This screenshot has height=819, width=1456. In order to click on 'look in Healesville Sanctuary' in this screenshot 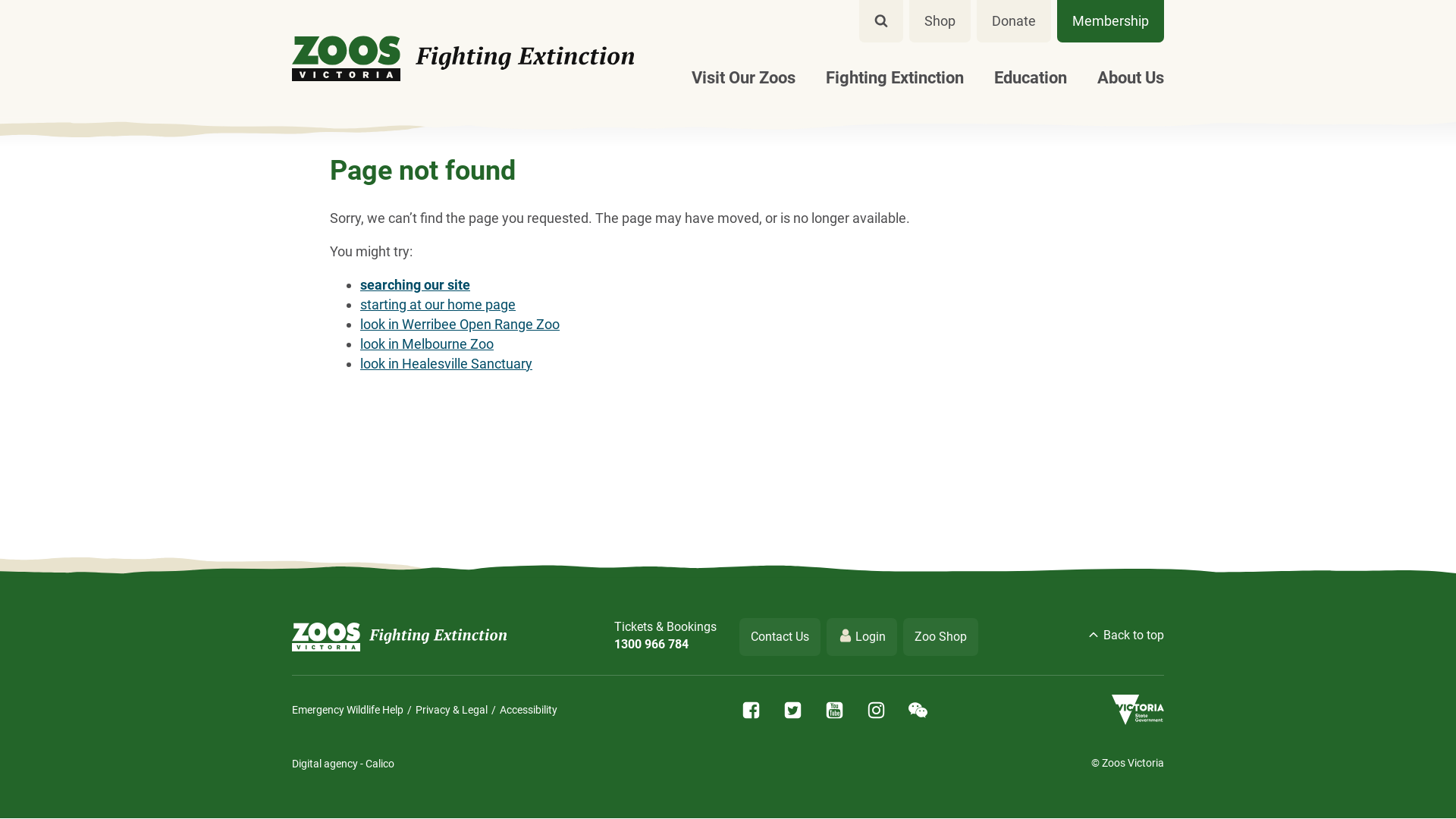, I will do `click(445, 363)`.